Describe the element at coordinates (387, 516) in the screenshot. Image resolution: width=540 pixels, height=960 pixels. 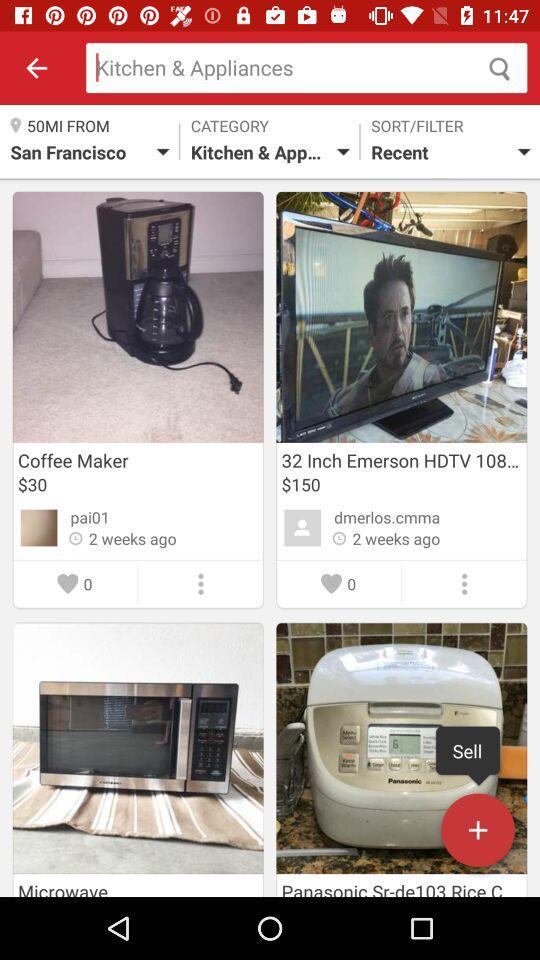
I see `dmerlos.cmma item` at that location.